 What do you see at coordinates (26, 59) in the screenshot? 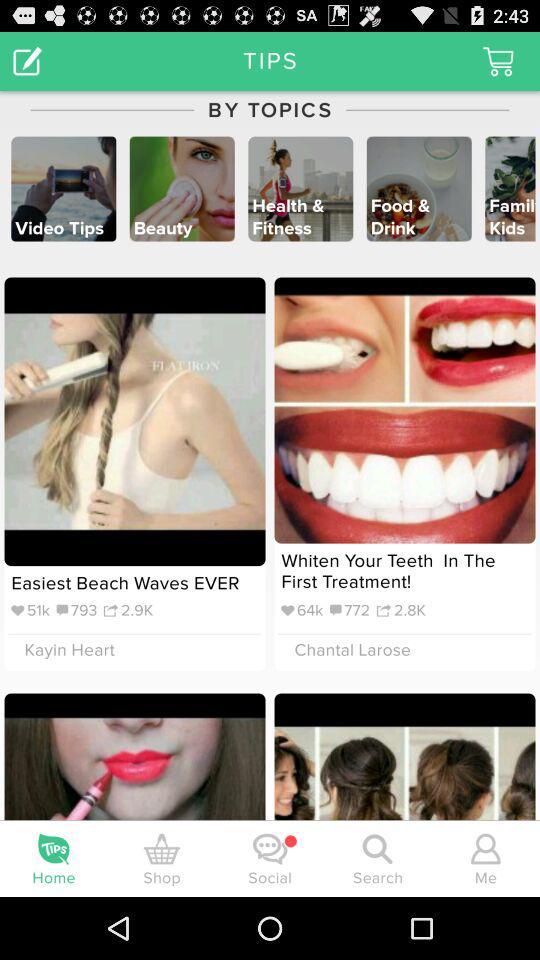
I see `the item next to the by topics item` at bounding box center [26, 59].